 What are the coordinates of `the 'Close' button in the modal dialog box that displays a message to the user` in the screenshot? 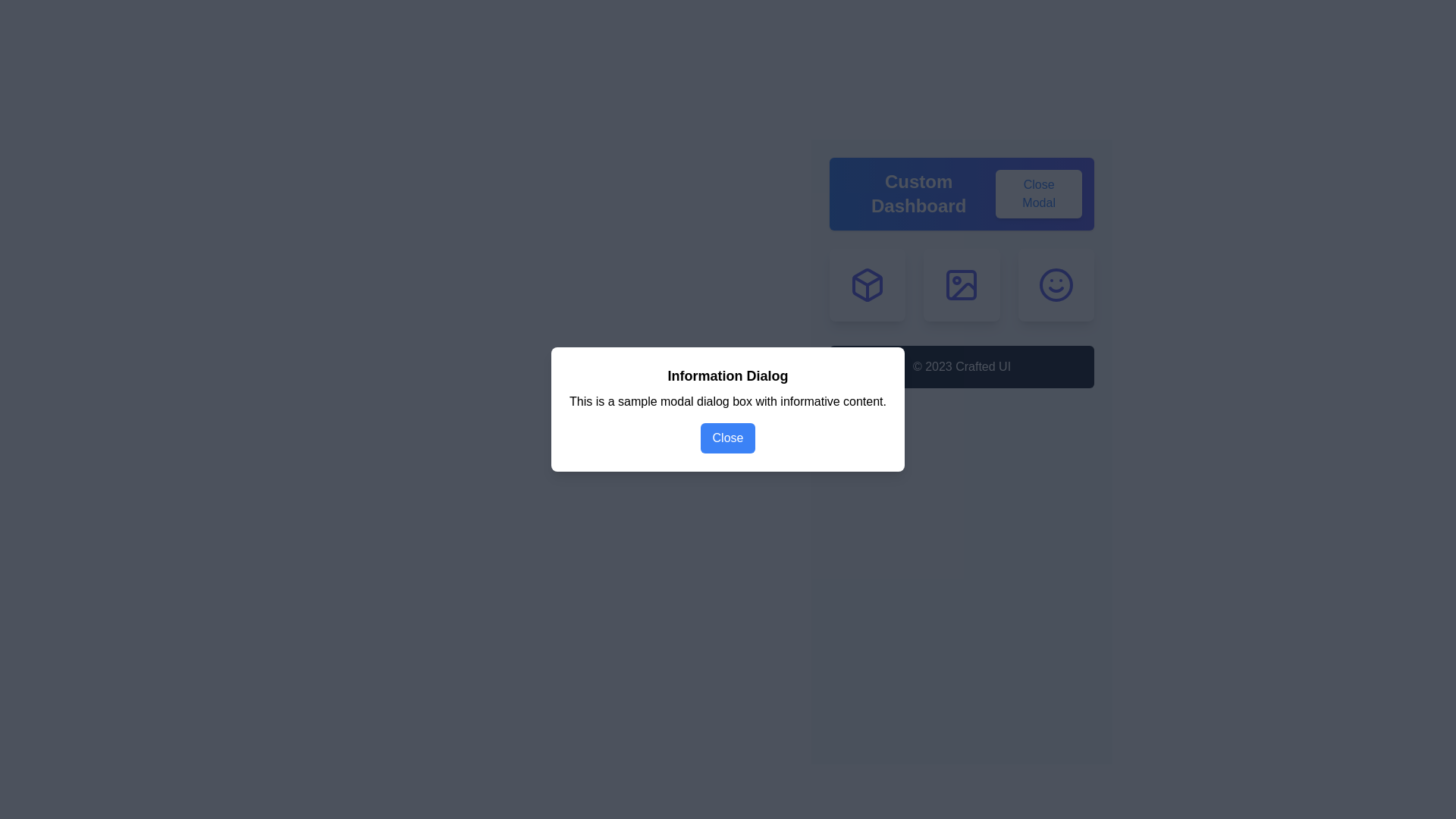 It's located at (728, 409).